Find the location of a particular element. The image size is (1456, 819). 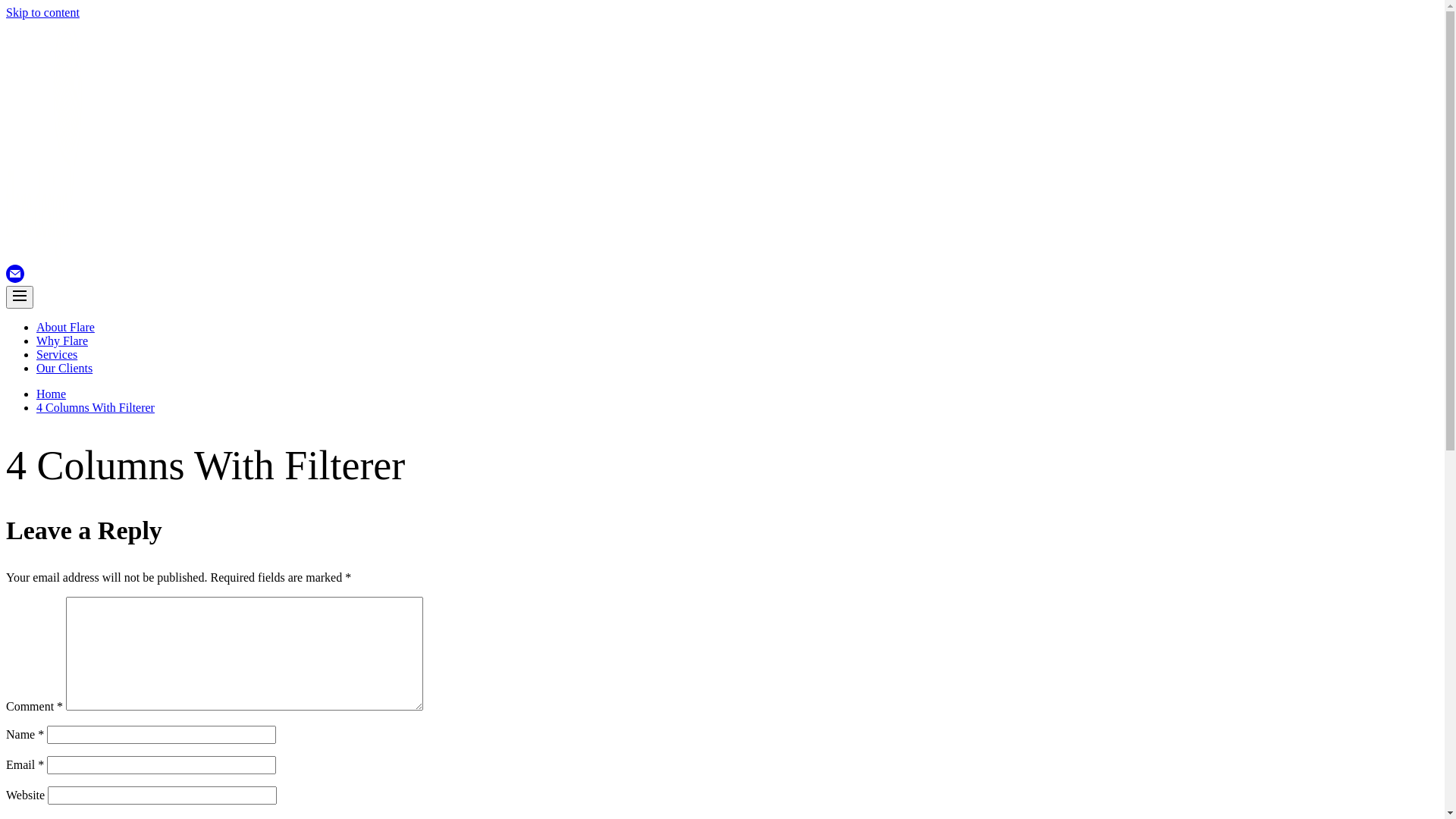

'Why Flare' is located at coordinates (61, 340).